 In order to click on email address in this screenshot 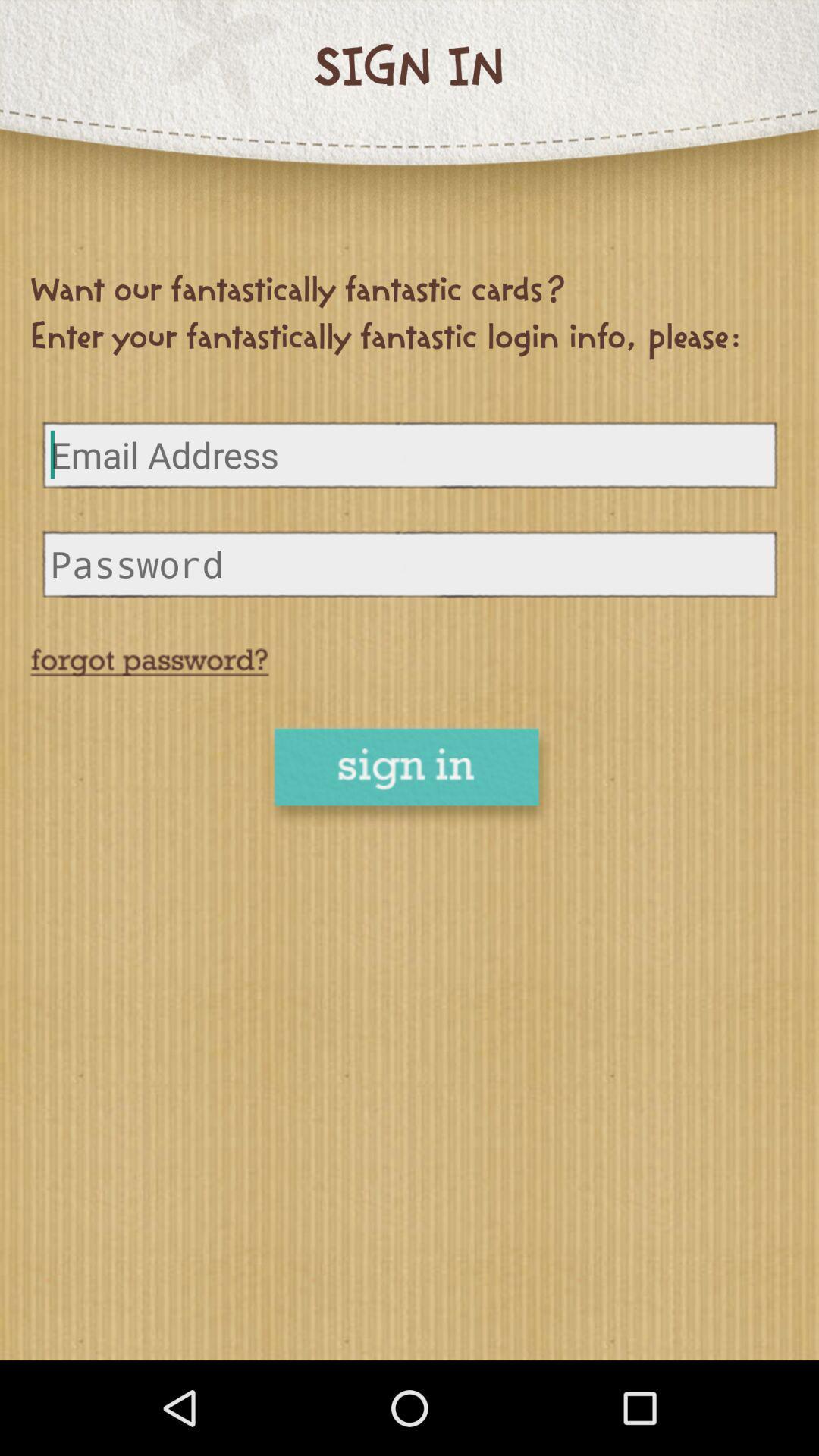, I will do `click(409, 453)`.